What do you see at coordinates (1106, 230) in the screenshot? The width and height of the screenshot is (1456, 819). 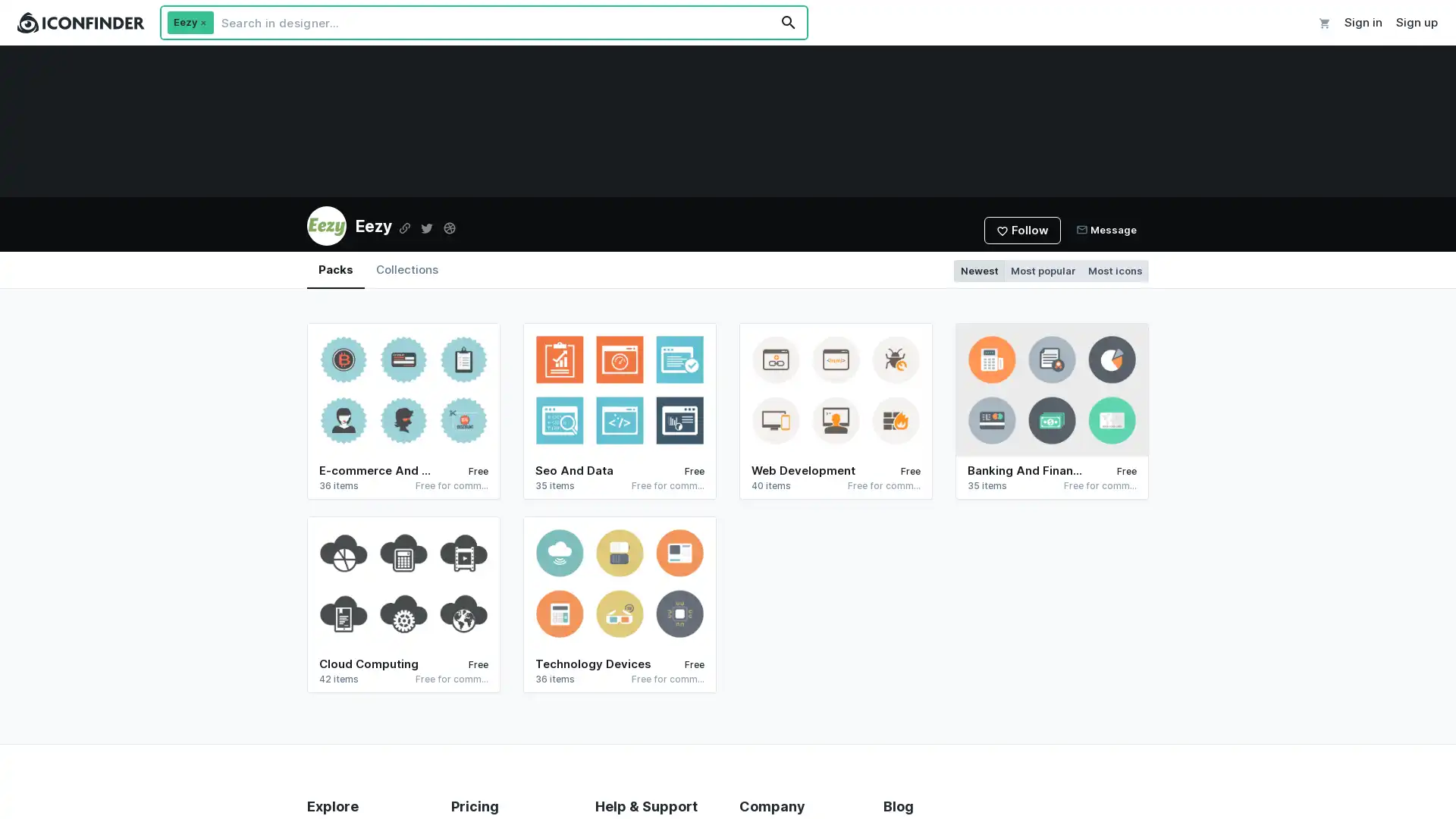 I see `Message` at bounding box center [1106, 230].